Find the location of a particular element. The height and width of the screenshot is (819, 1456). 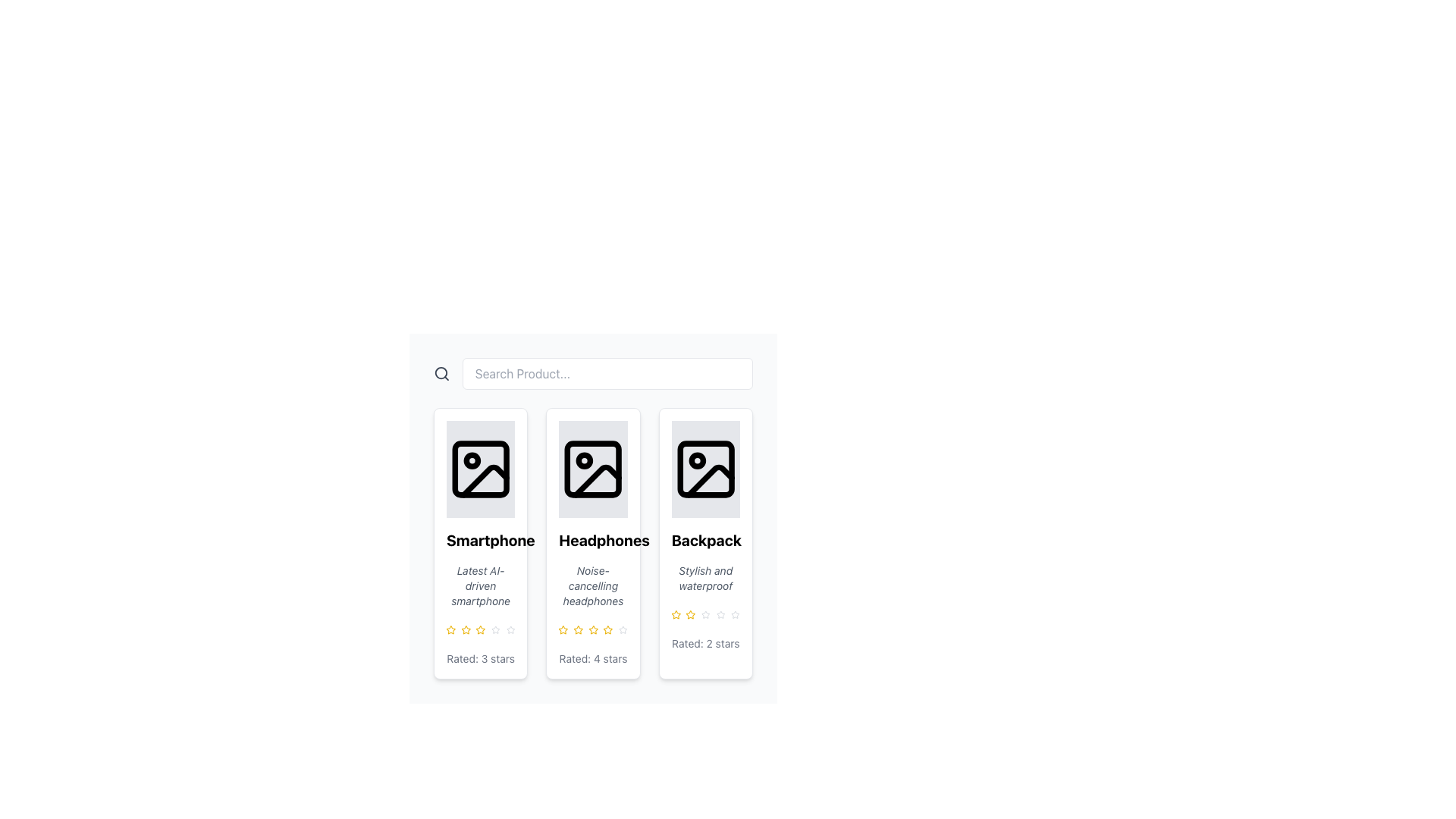

the decorative SVG rectangle element located in the upper-left section of the 'Backpack' product card, which is part of the image icon is located at coordinates (704, 468).